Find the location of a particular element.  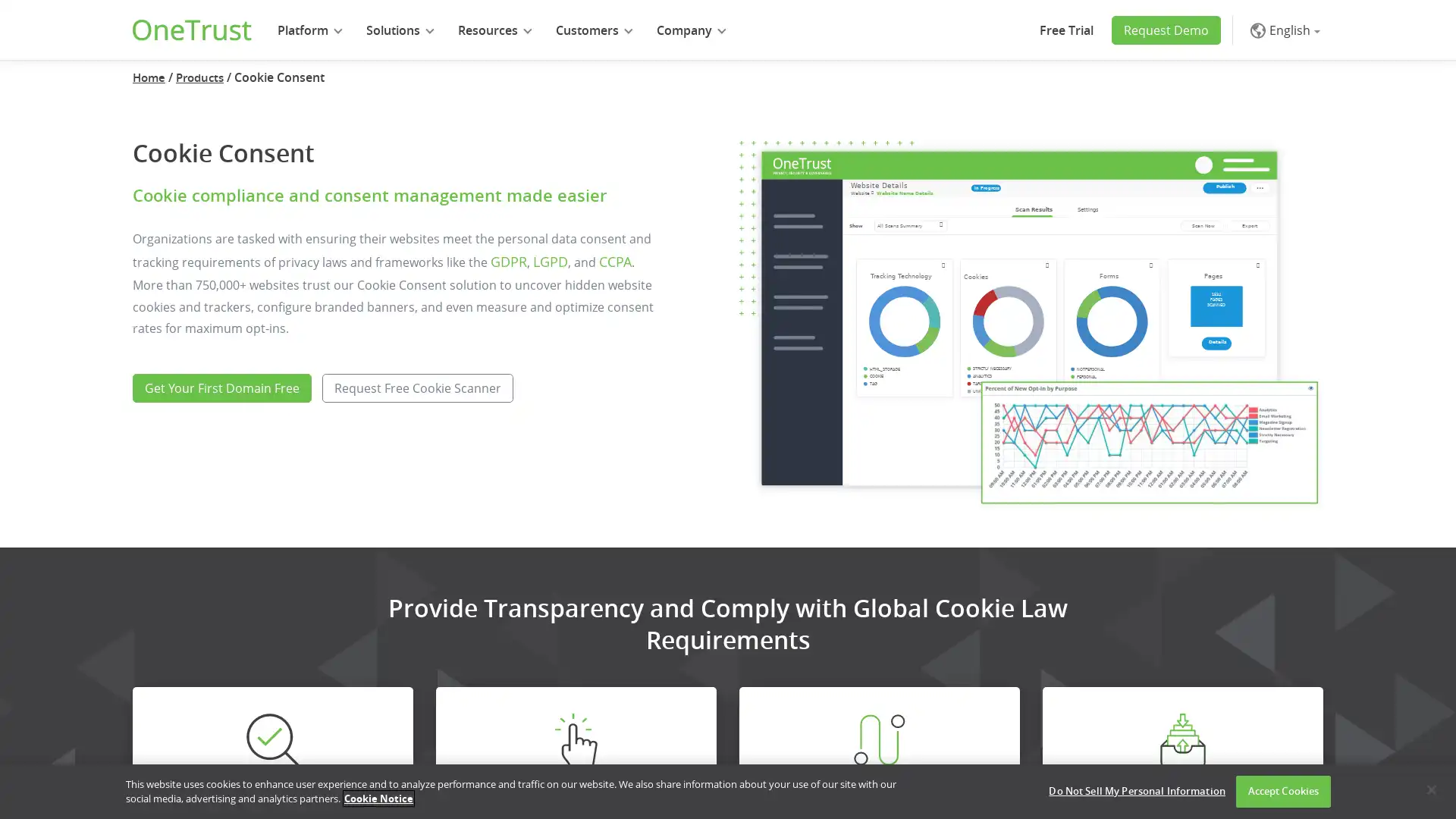

Do Not Sell My Personal Information is located at coordinates (1137, 791).